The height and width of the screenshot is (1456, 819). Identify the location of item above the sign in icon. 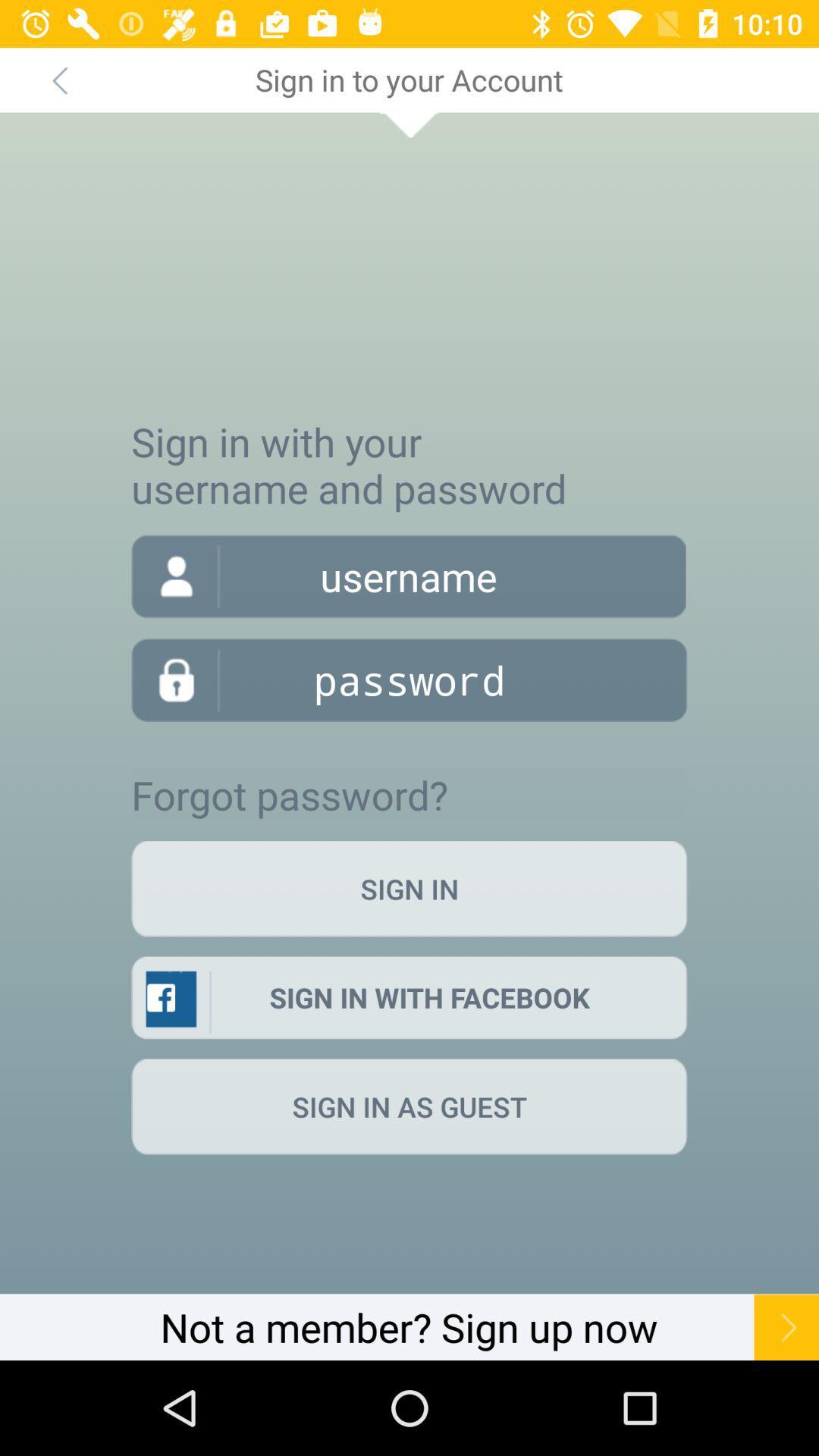
(290, 794).